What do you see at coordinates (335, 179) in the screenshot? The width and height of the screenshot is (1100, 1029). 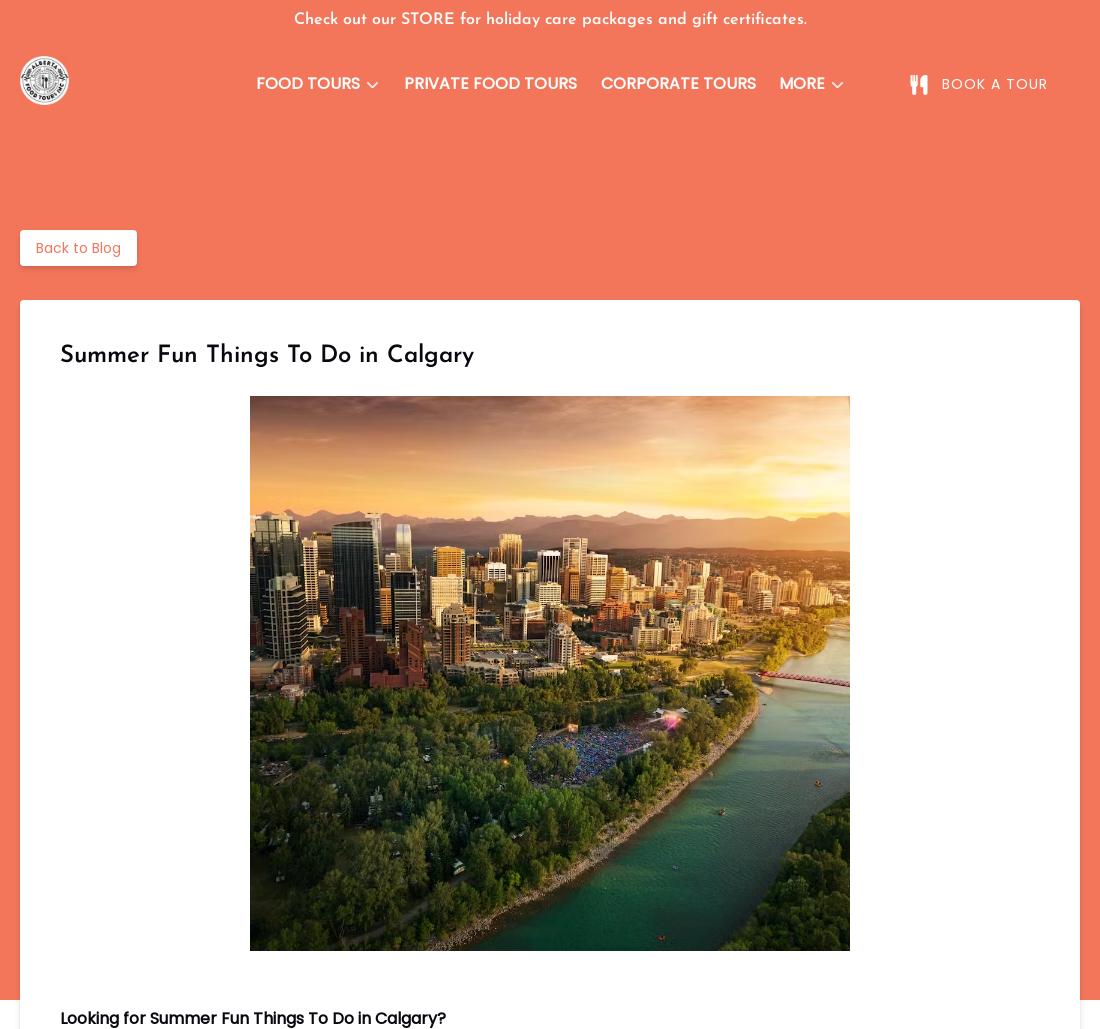 I see `'Banff and Canmore'` at bounding box center [335, 179].